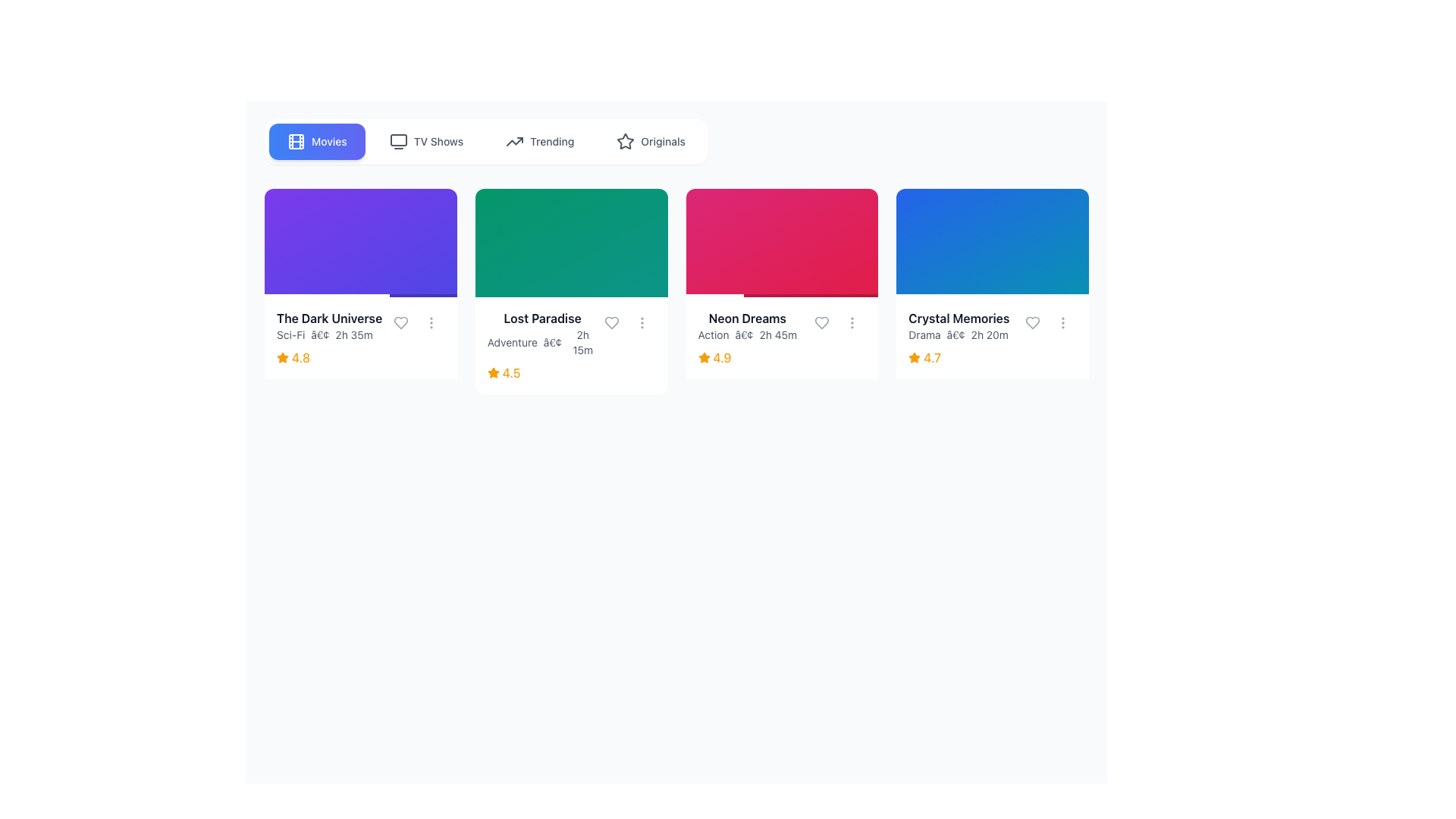 Image resolution: width=1456 pixels, height=819 pixels. What do you see at coordinates (319, 334) in the screenshot?
I see `the bullet point character that separates 'Sci-Fi' and '2h 35m' in the content row under the title 'The Dark Universe'` at bounding box center [319, 334].